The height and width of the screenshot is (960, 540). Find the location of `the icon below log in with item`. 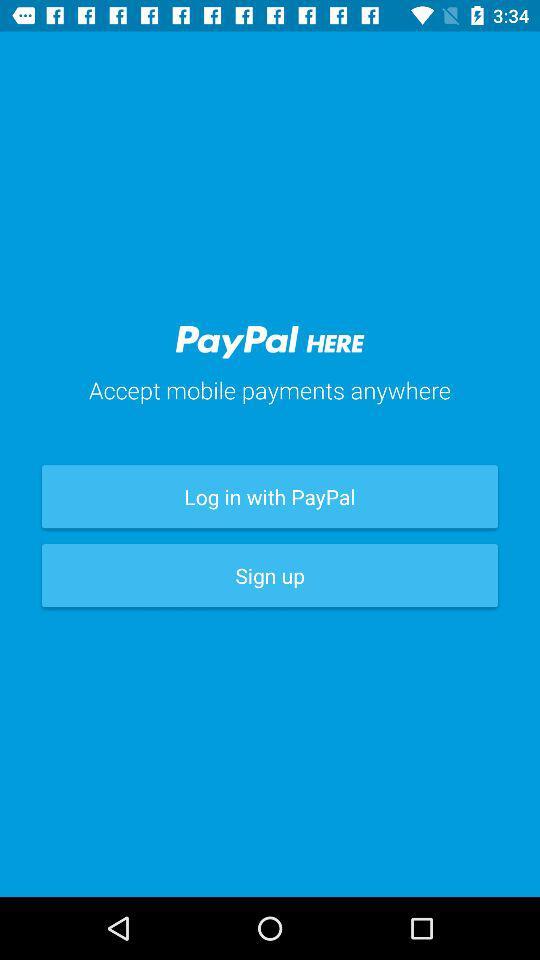

the icon below log in with item is located at coordinates (270, 575).